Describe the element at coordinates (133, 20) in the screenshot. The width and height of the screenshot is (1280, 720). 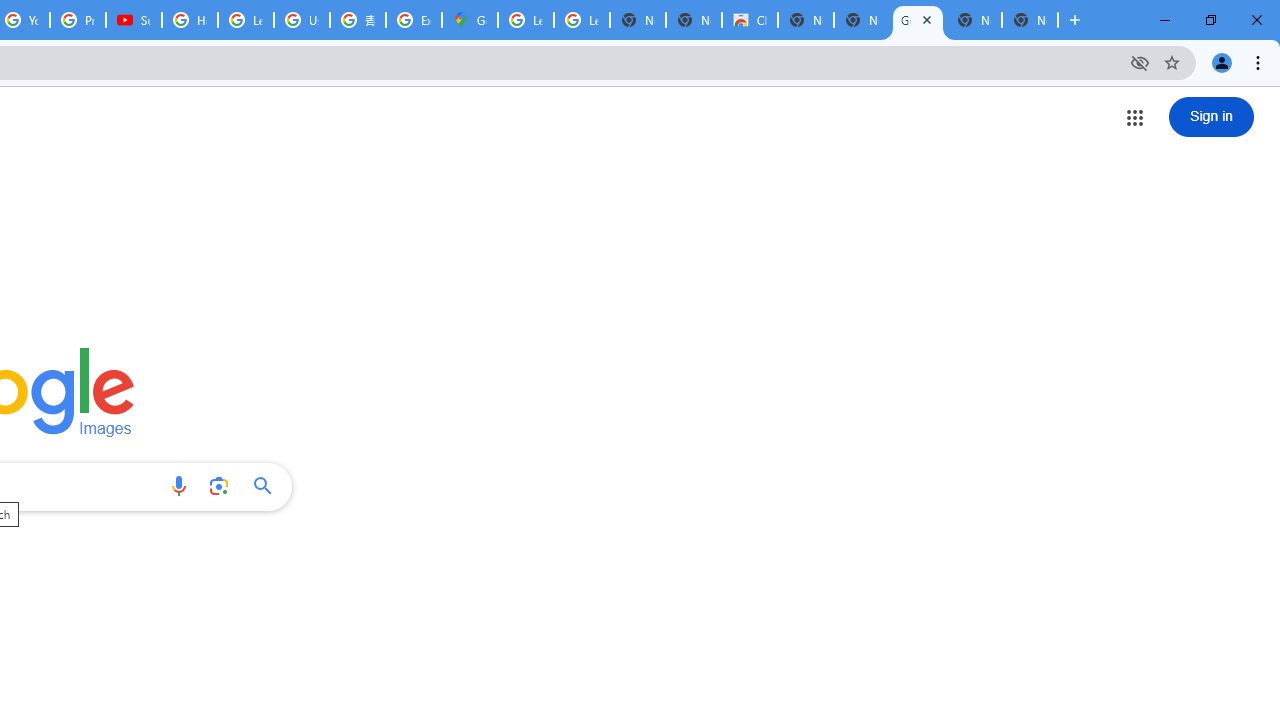
I see `'Subscriptions - YouTube'` at that location.